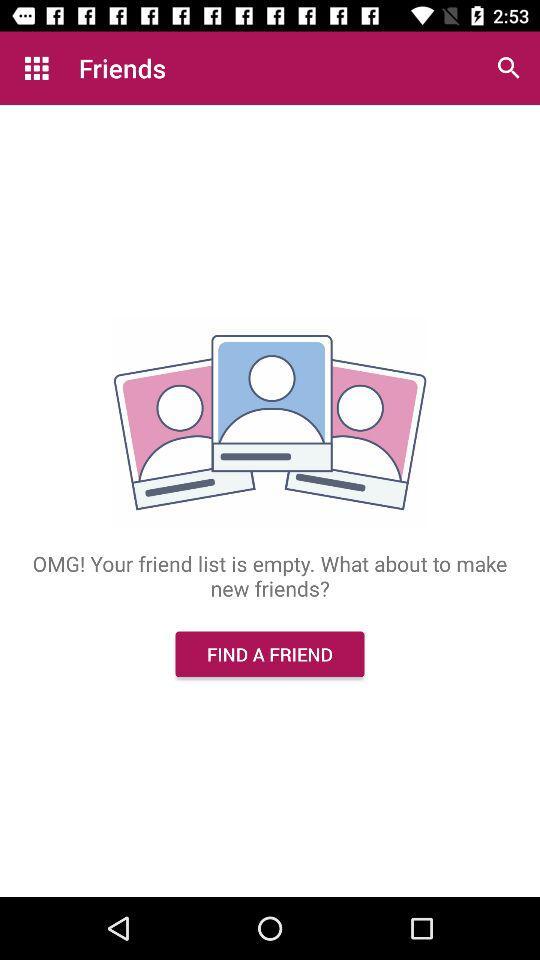 Image resolution: width=540 pixels, height=960 pixels. What do you see at coordinates (508, 68) in the screenshot?
I see `item at the top right corner` at bounding box center [508, 68].